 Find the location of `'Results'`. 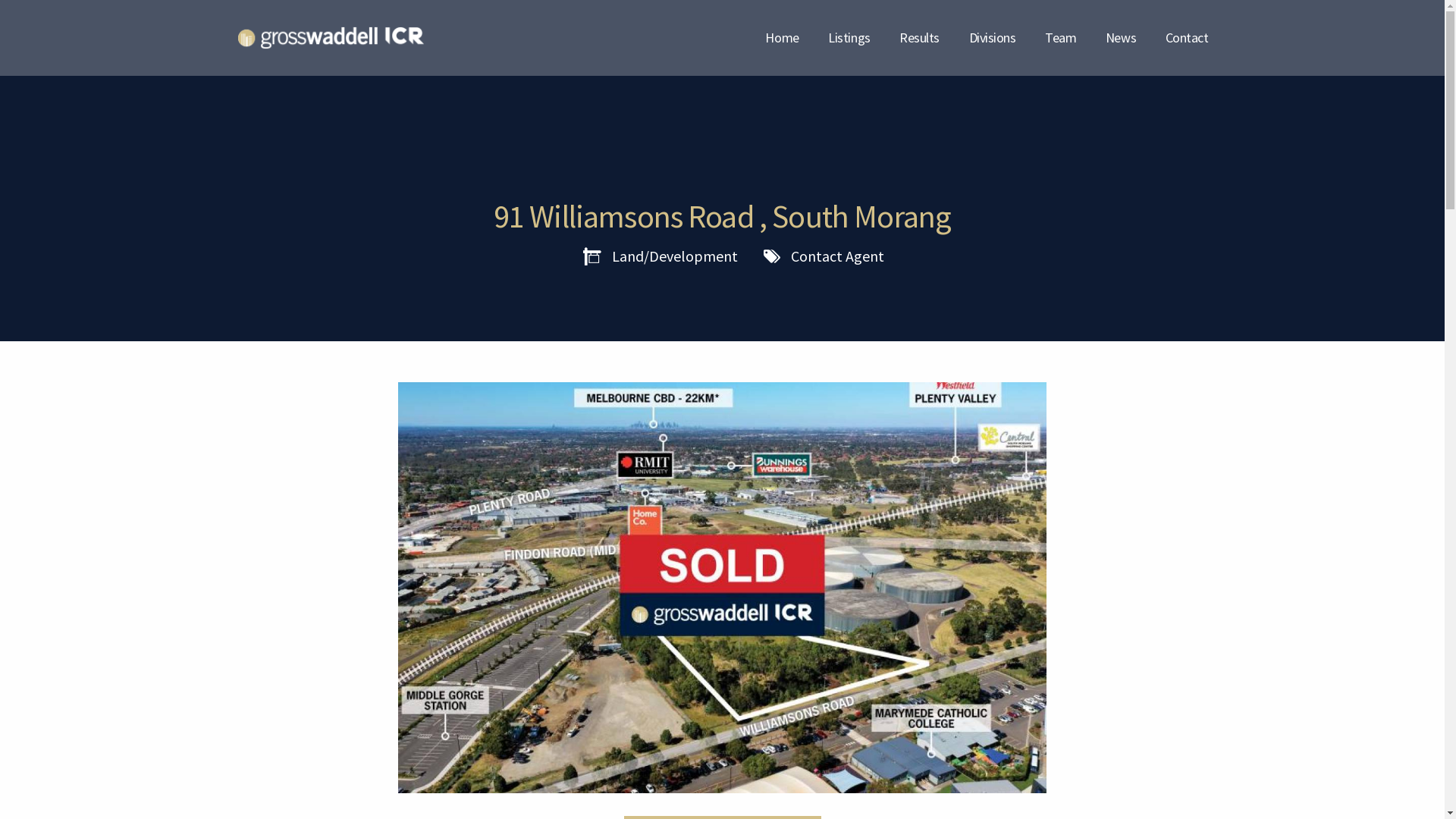

'Results' is located at coordinates (899, 36).